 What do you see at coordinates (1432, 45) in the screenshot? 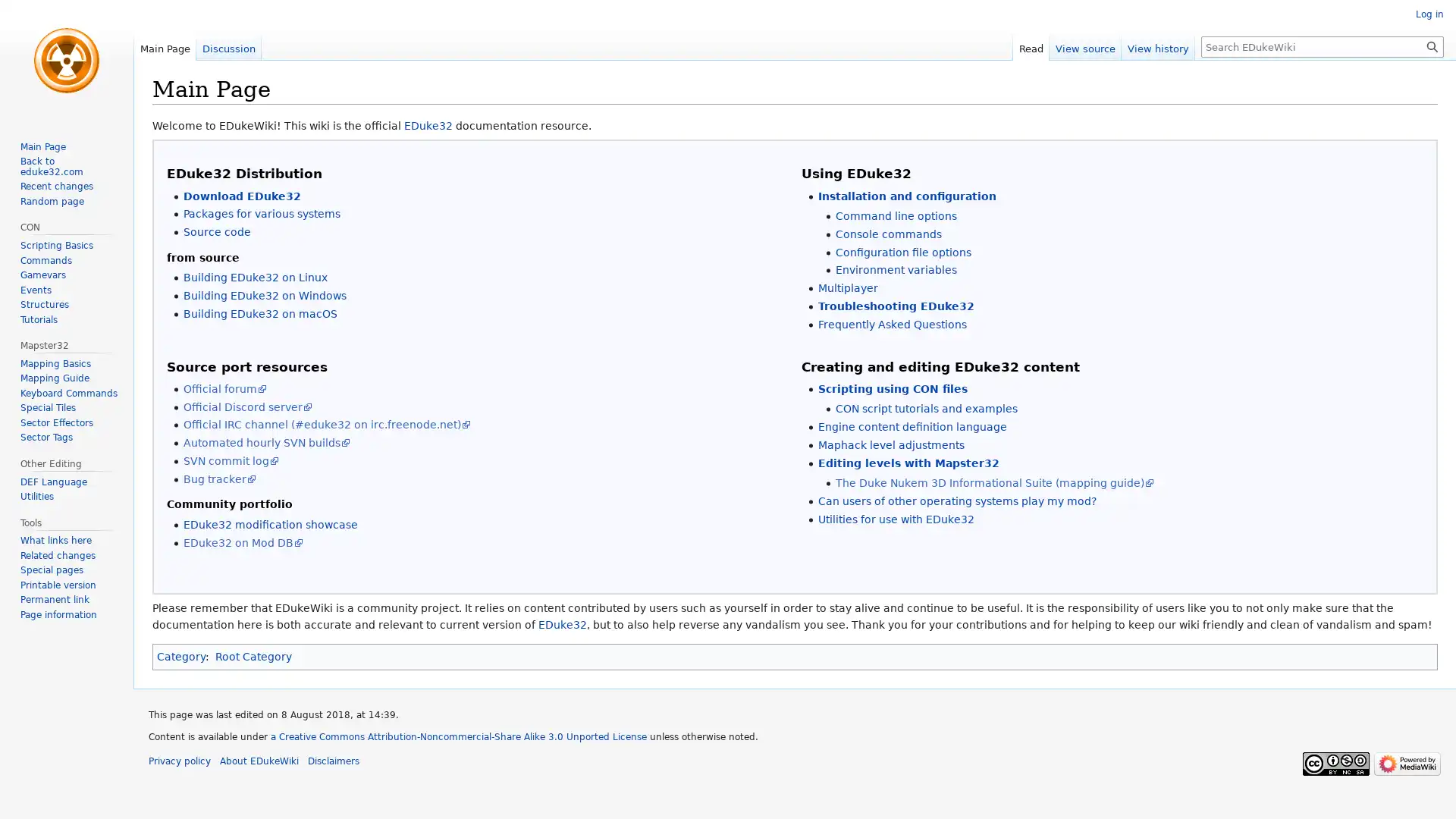
I see `Go` at bounding box center [1432, 45].